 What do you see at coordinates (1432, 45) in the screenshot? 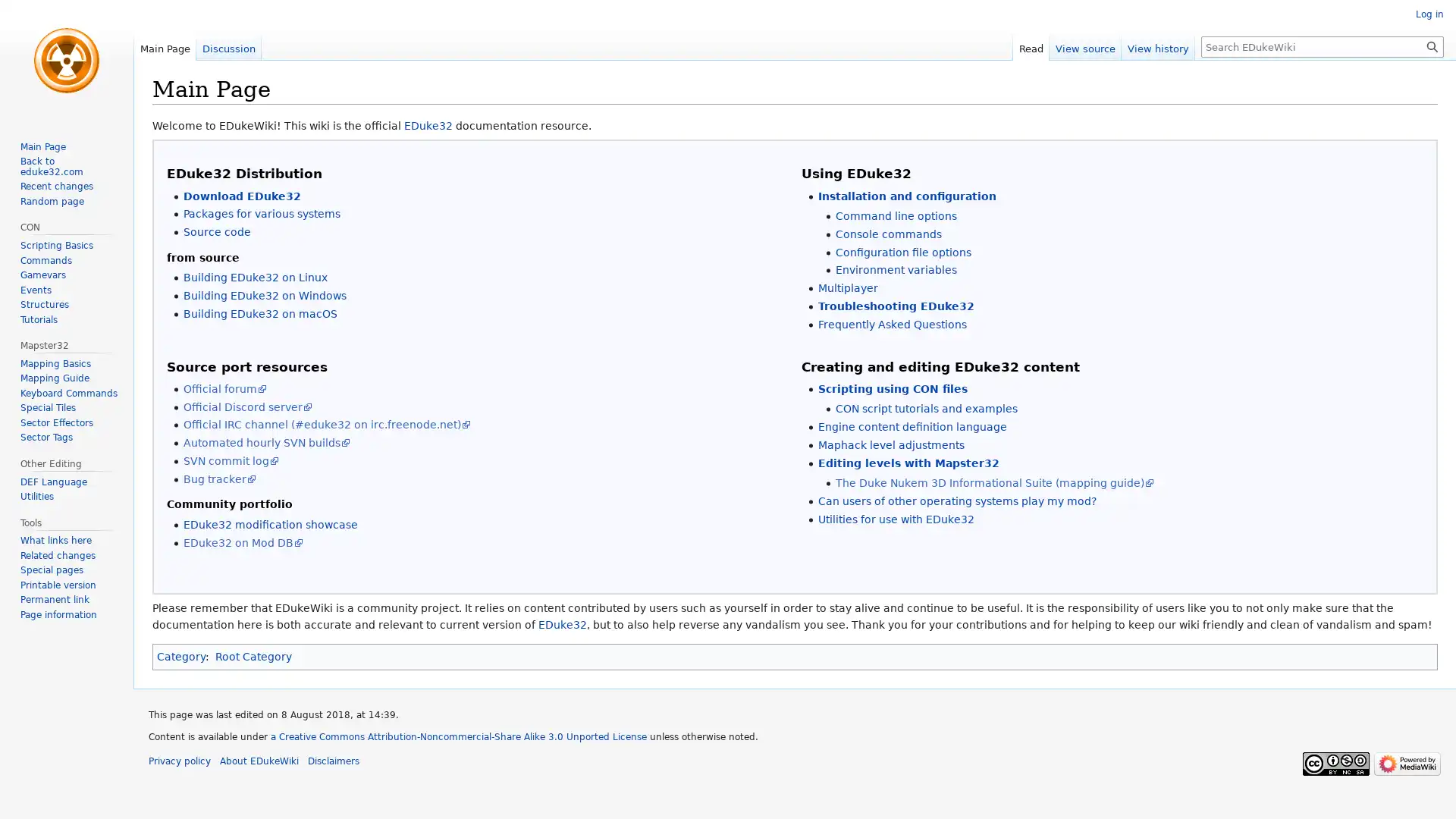
I see `Go` at bounding box center [1432, 45].